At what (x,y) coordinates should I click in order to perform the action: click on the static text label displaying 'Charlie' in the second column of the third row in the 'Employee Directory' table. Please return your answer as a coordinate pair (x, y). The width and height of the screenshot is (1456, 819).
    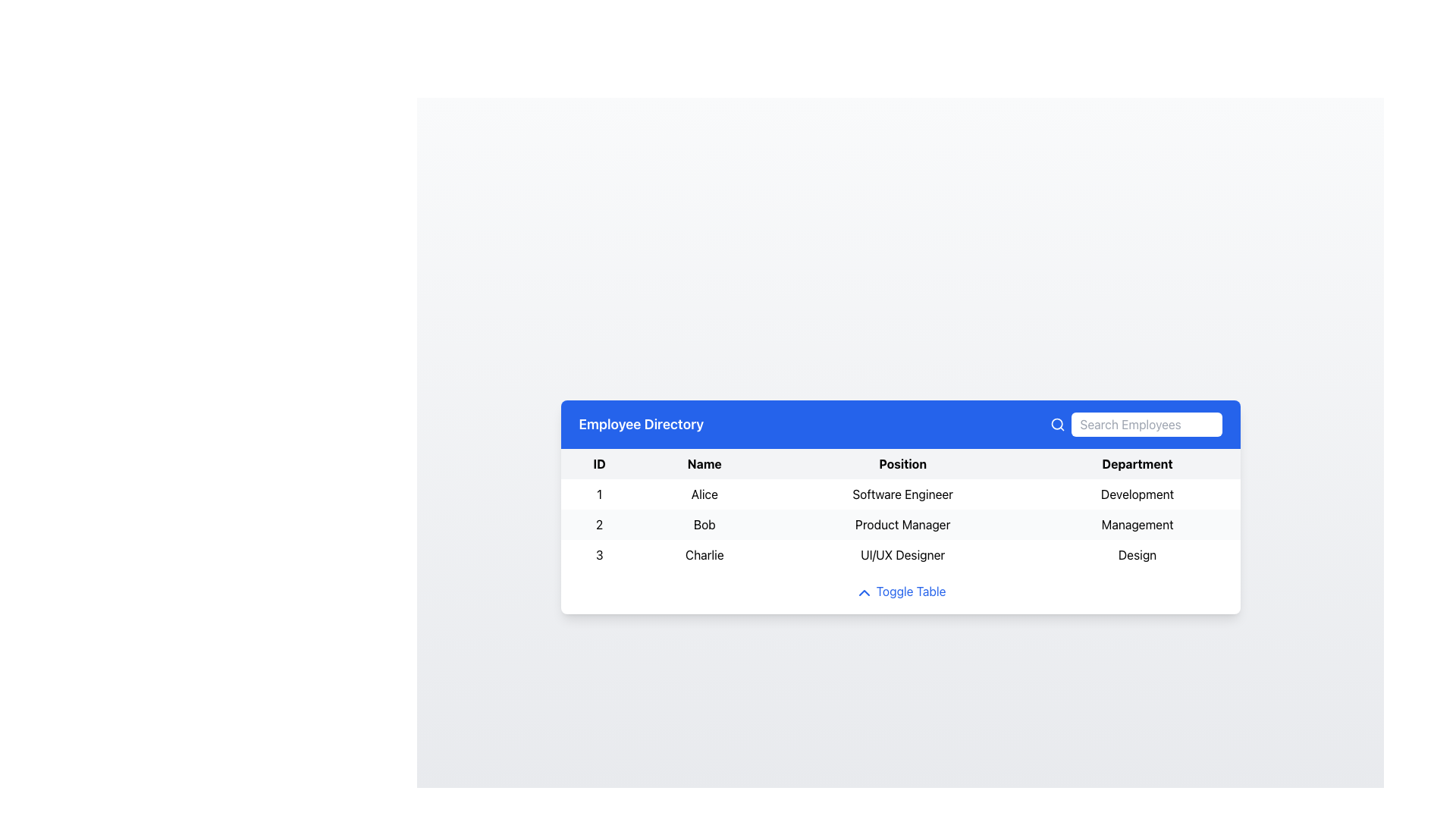
    Looking at the image, I should click on (704, 555).